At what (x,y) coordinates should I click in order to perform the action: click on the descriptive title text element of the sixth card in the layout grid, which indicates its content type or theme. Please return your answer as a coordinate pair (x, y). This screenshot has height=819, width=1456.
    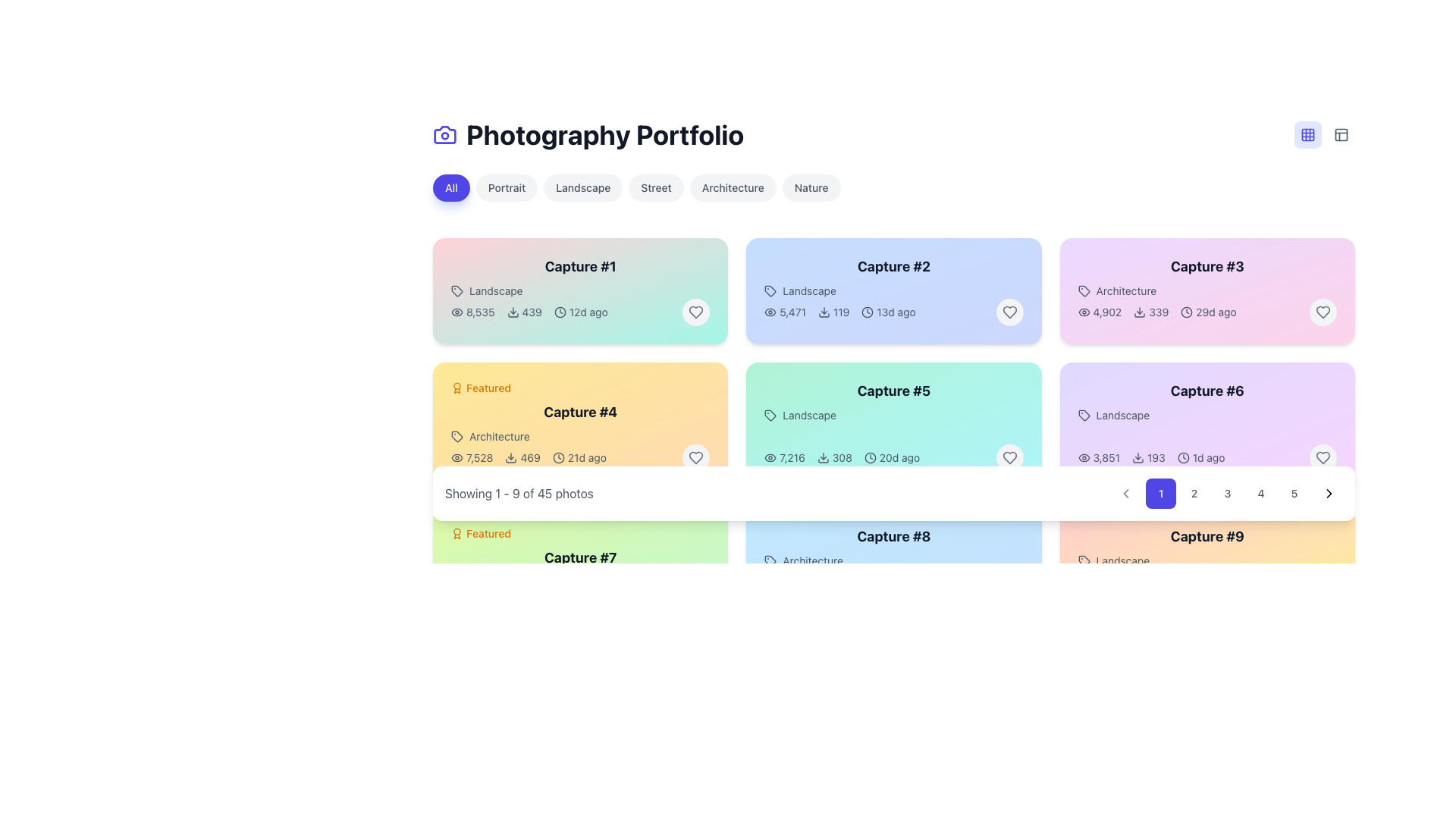
    Looking at the image, I should click on (1207, 400).